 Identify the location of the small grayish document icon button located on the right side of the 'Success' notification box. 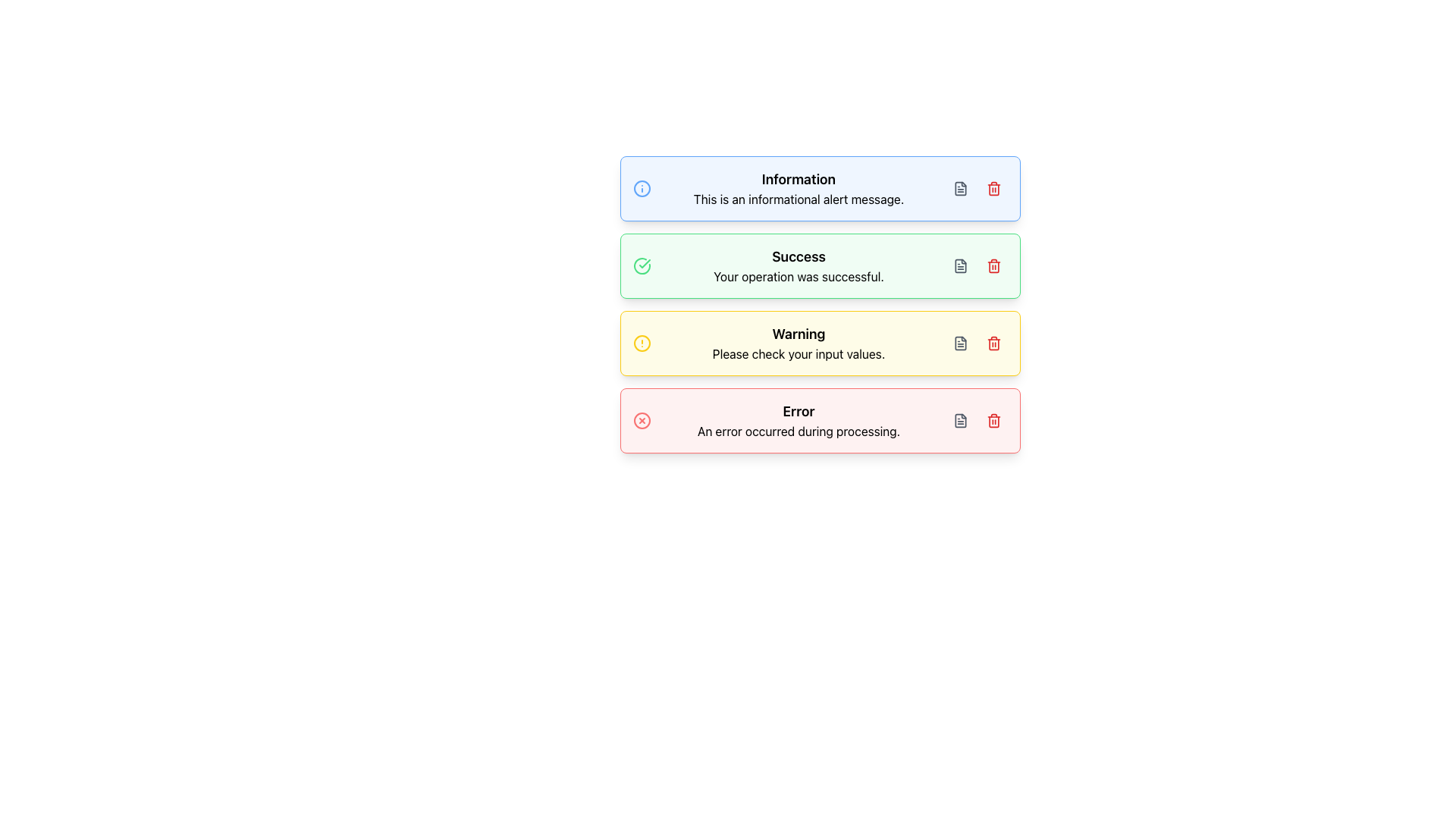
(959, 265).